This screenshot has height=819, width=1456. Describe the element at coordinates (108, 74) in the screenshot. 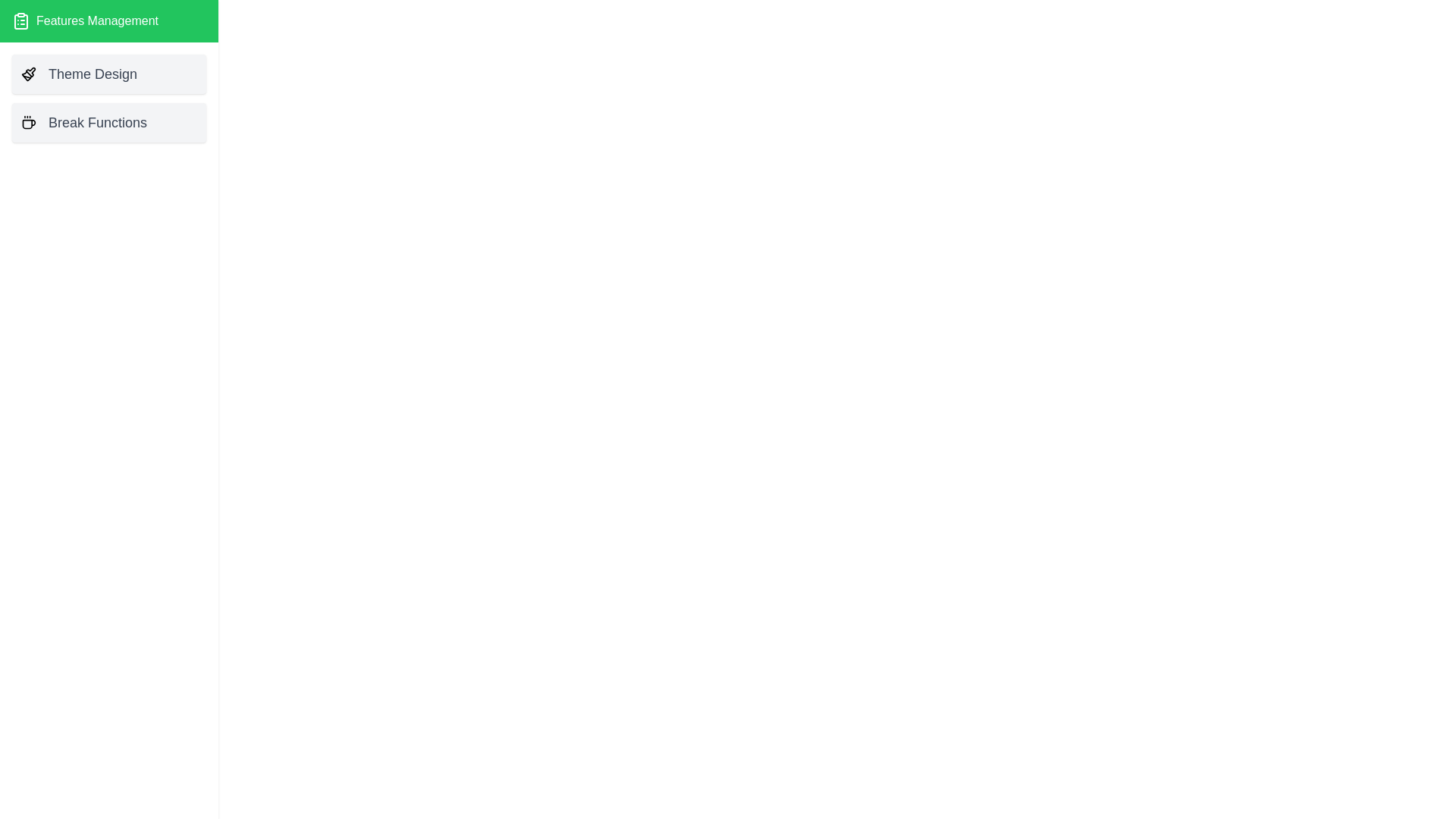

I see `the 'Theme Design' option to select it` at that location.